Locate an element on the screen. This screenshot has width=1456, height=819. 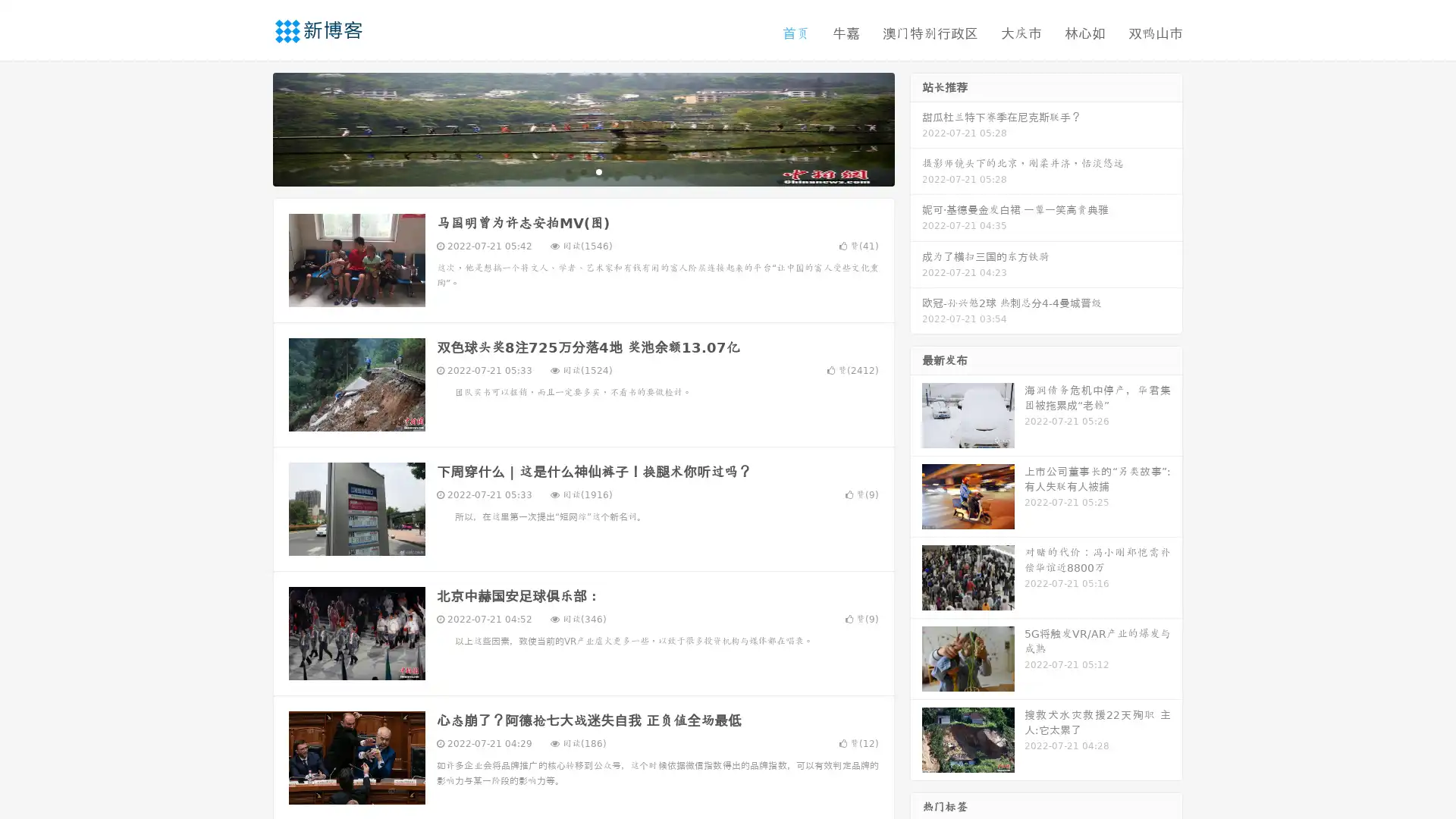
Previous slide is located at coordinates (250, 127).